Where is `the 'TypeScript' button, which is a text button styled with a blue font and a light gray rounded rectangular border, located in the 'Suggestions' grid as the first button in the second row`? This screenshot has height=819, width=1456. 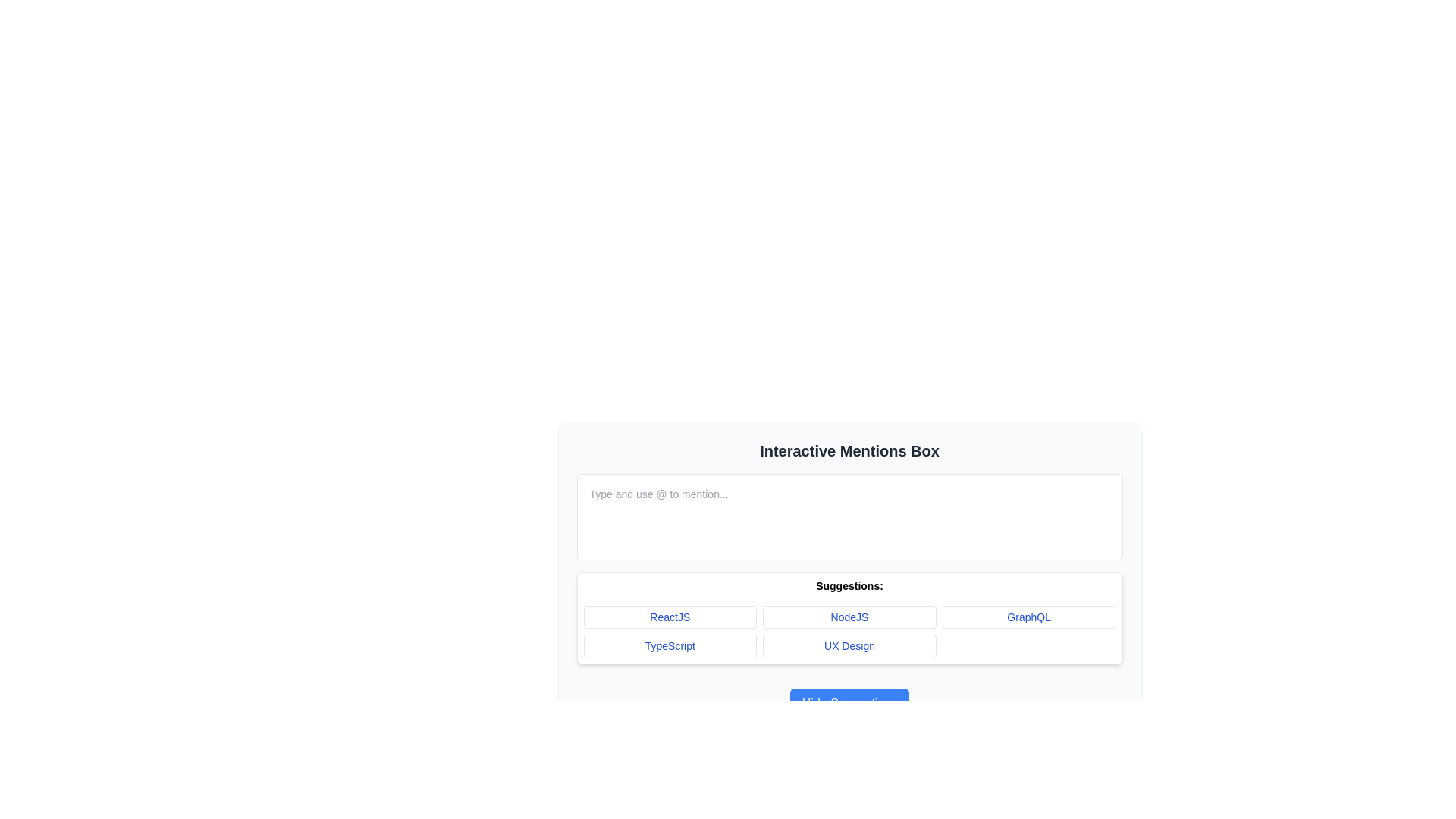 the 'TypeScript' button, which is a text button styled with a blue font and a light gray rounded rectangular border, located in the 'Suggestions' grid as the first button in the second row is located at coordinates (669, 646).